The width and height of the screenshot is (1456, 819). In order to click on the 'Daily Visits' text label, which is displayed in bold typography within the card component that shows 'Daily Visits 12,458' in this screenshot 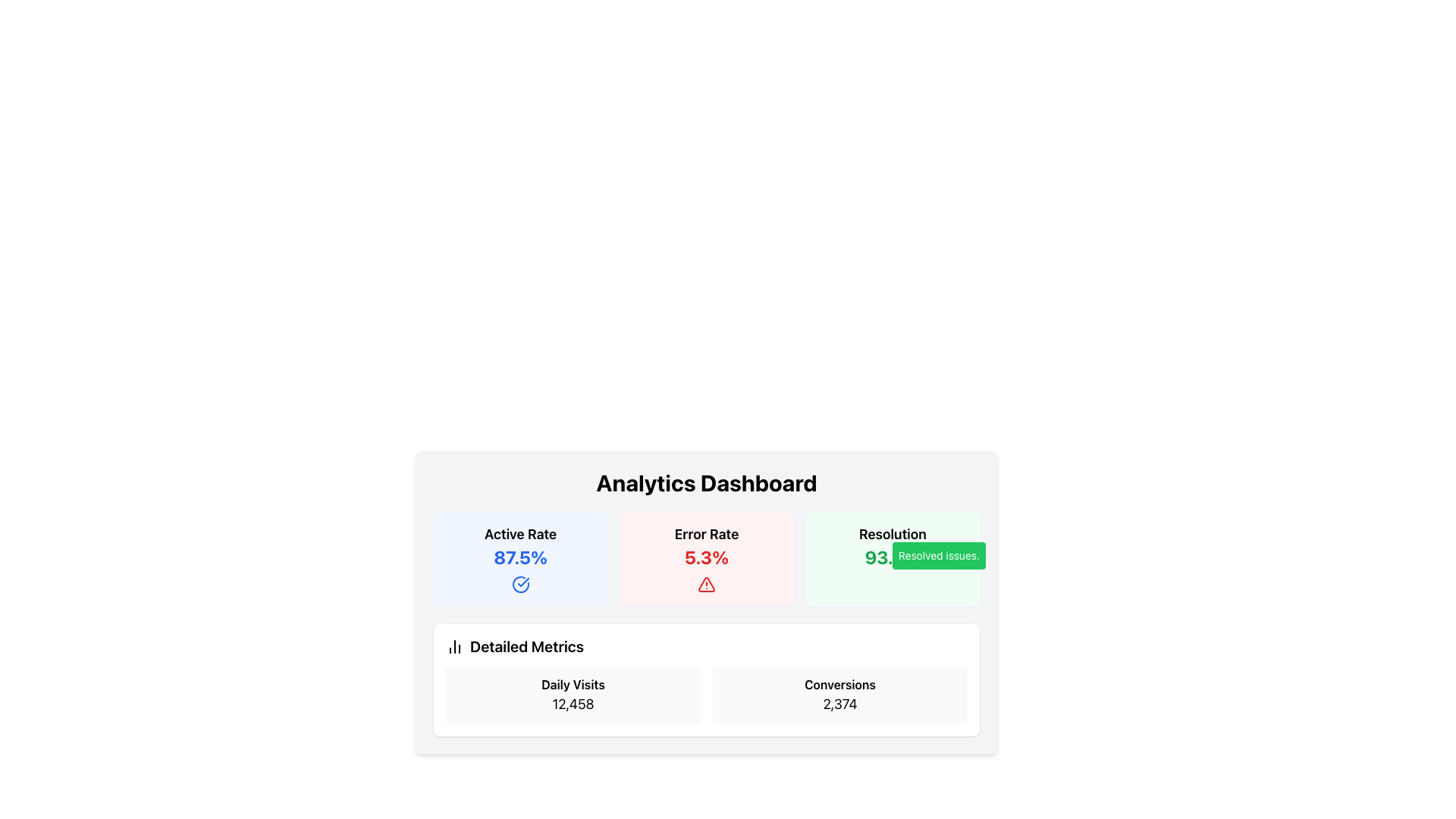, I will do `click(572, 684)`.